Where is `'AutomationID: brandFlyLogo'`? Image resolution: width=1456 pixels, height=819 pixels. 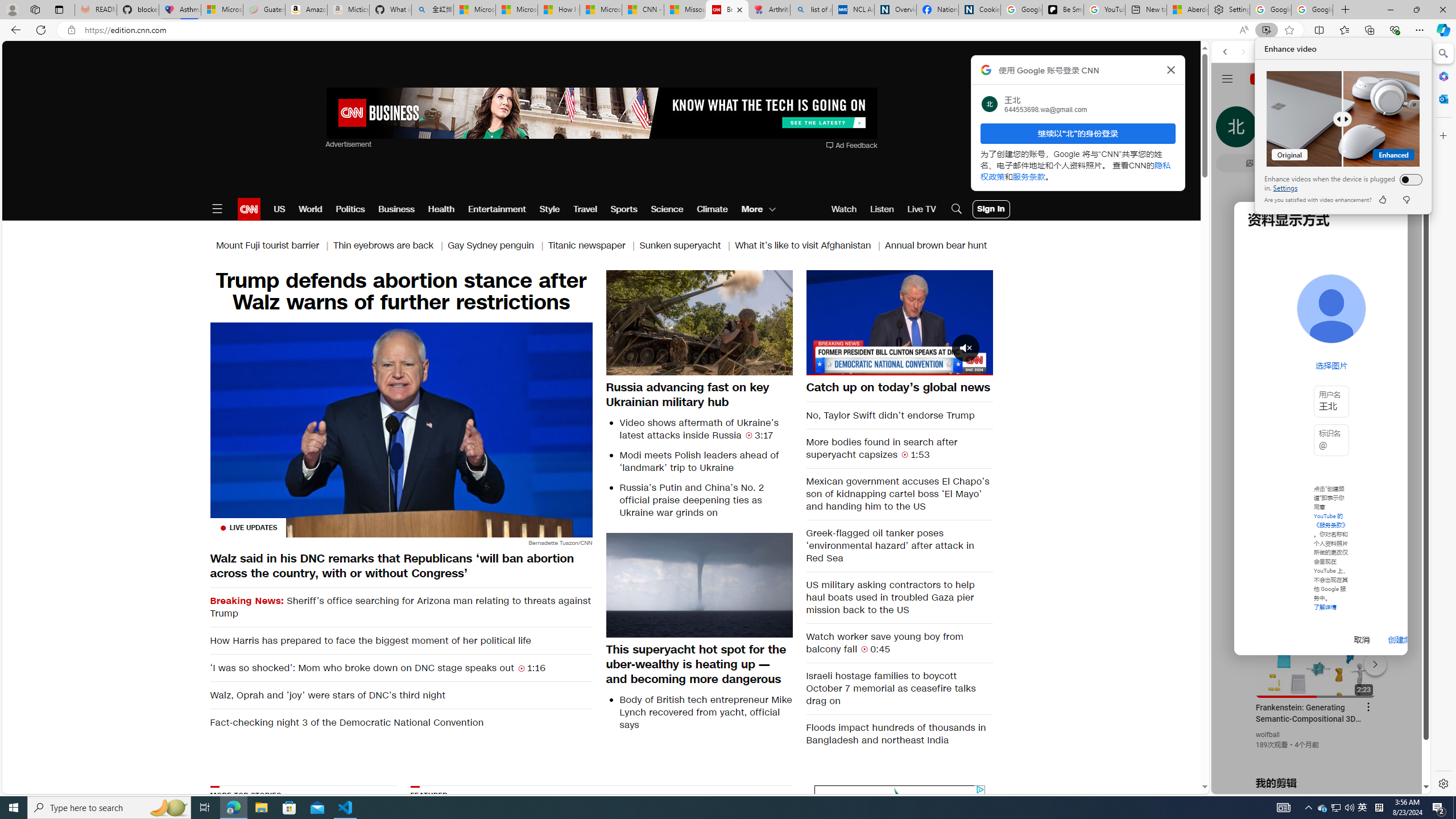
'AutomationID: brandFlyLogo' is located at coordinates (899, 795).